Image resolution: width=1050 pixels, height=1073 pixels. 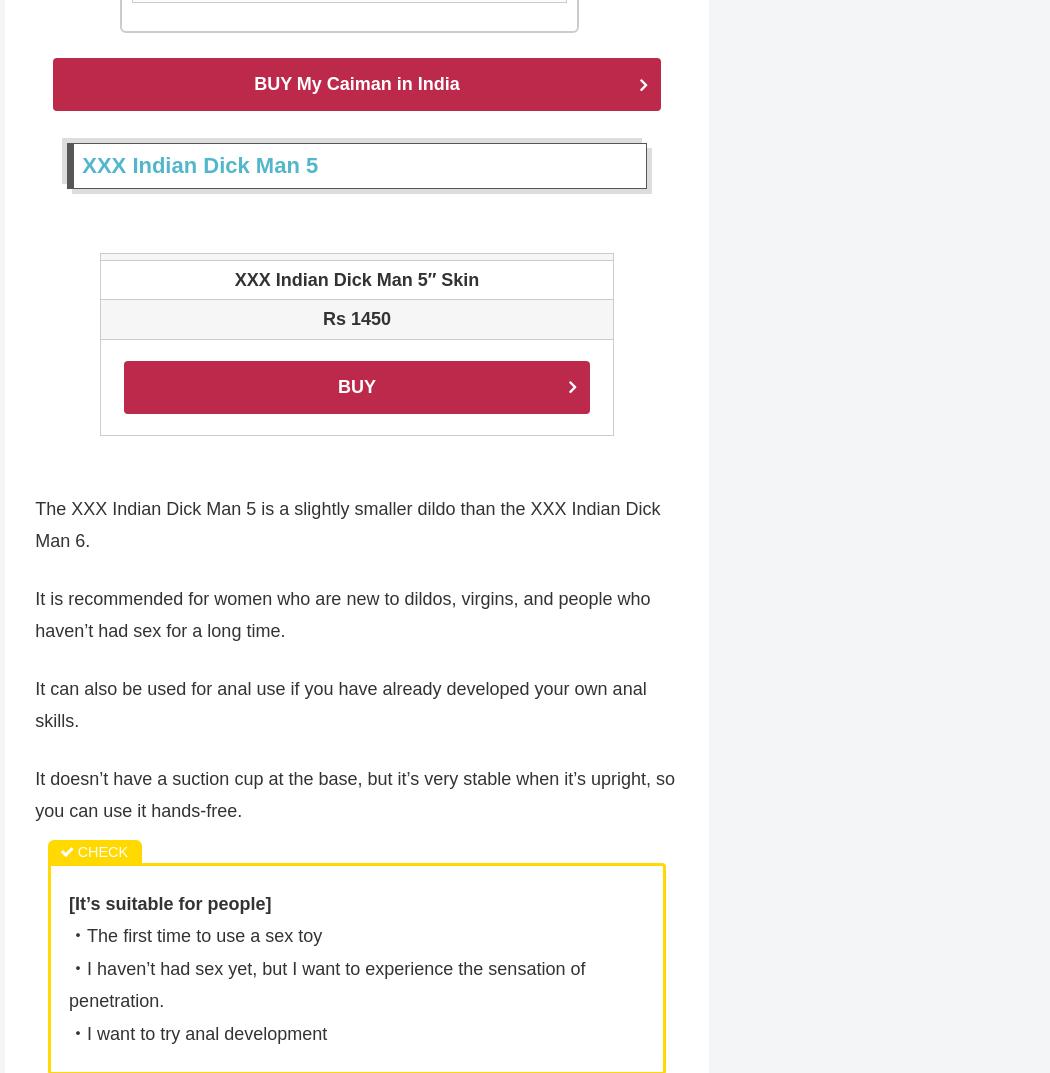 I want to click on '・I want to try anal development', so click(x=197, y=1035).